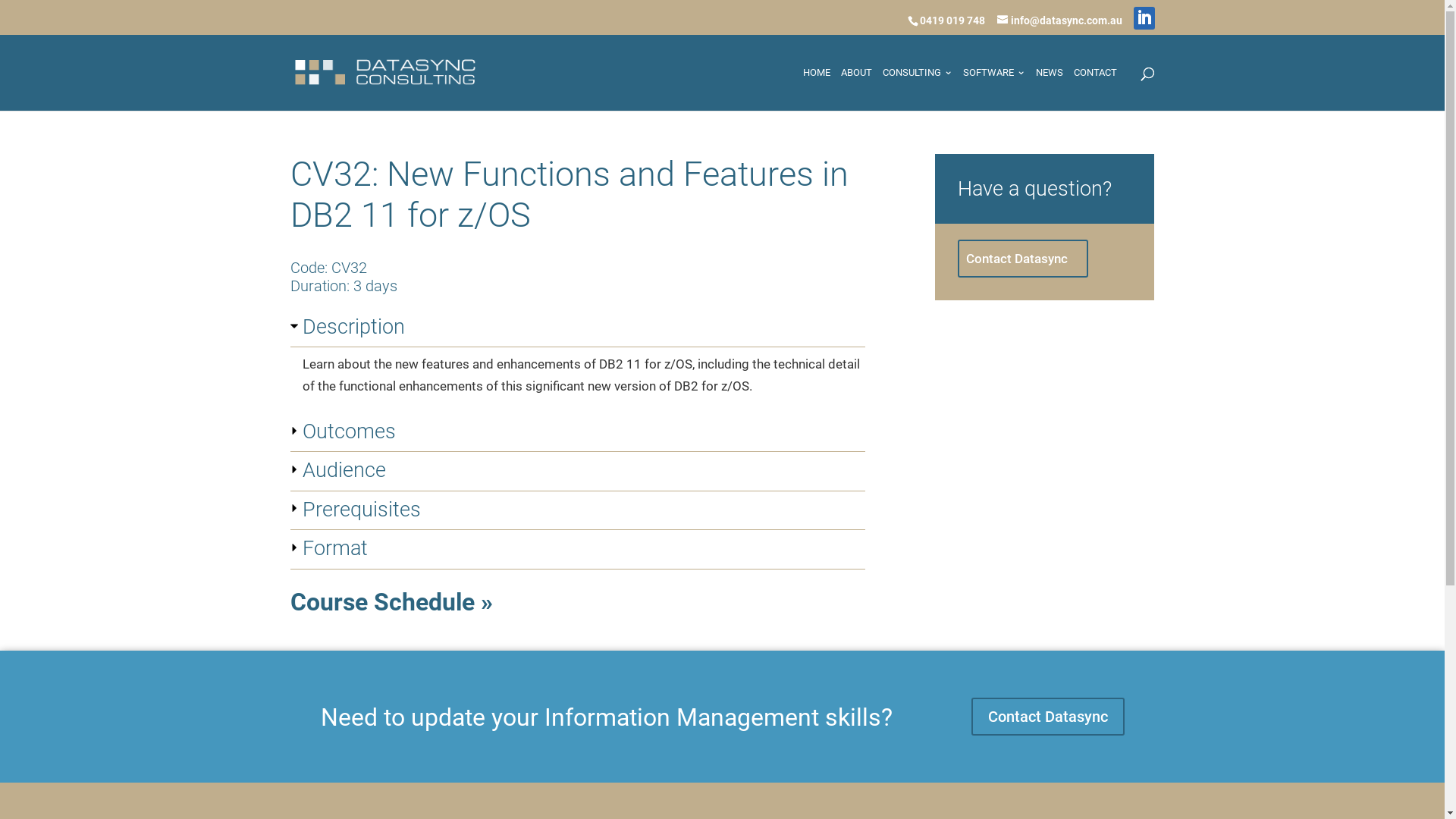  Describe the element at coordinates (916, 88) in the screenshot. I see `'CONSULTING'` at that location.